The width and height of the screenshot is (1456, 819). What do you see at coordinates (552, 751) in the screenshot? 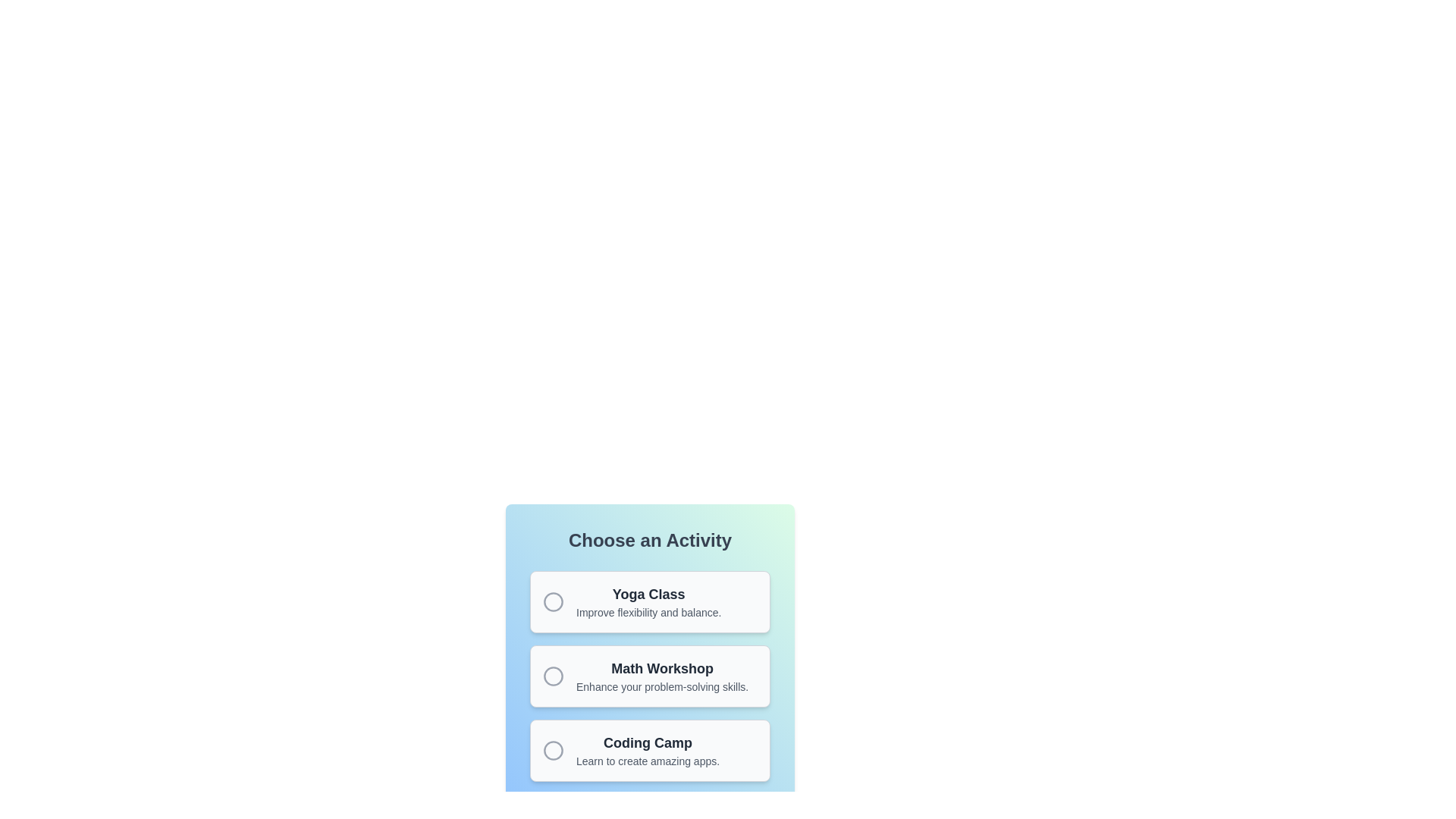
I see `the radio button associated with the 'Coding Camp' option` at bounding box center [552, 751].